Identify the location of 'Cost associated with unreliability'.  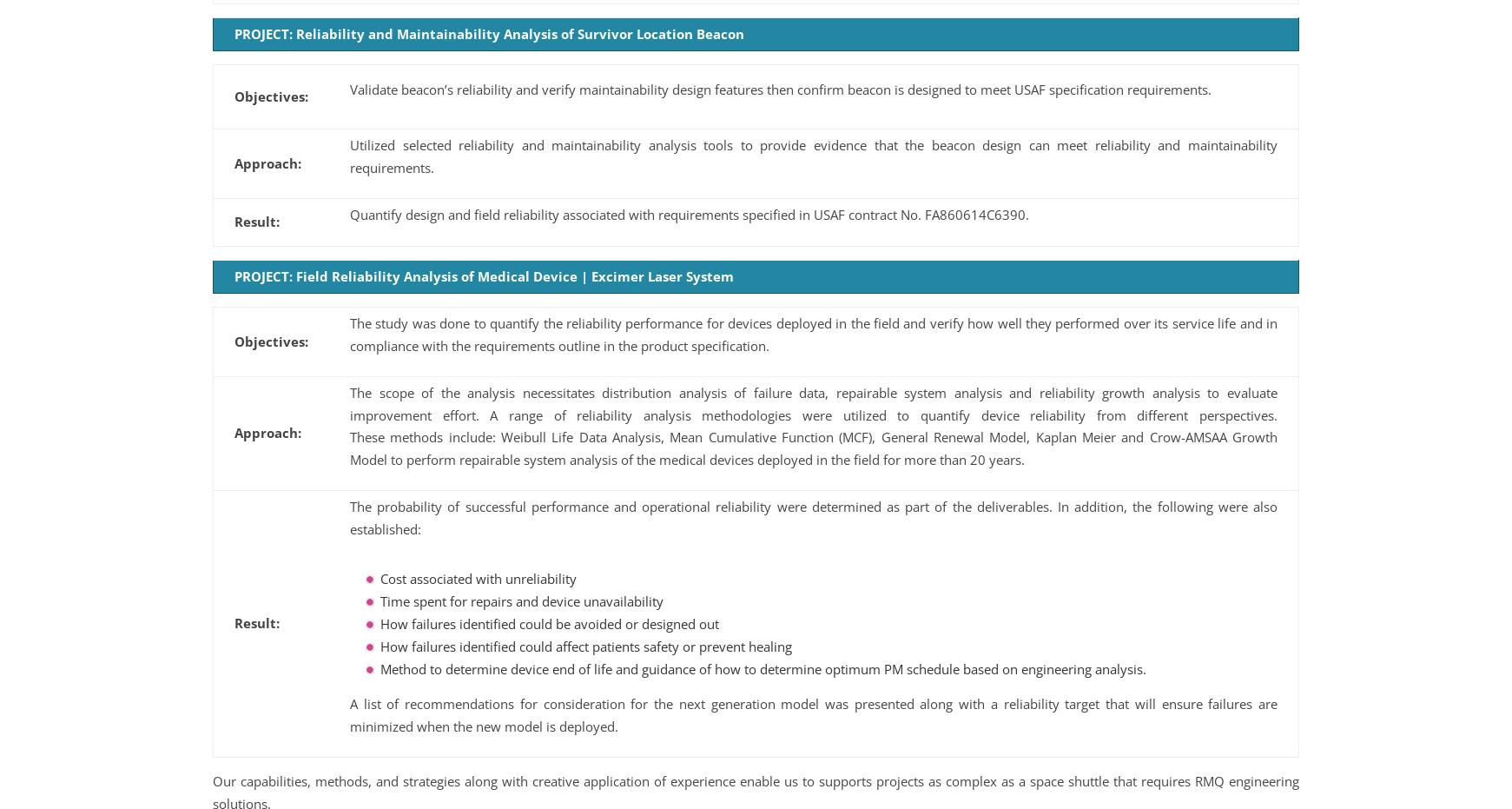
(479, 578).